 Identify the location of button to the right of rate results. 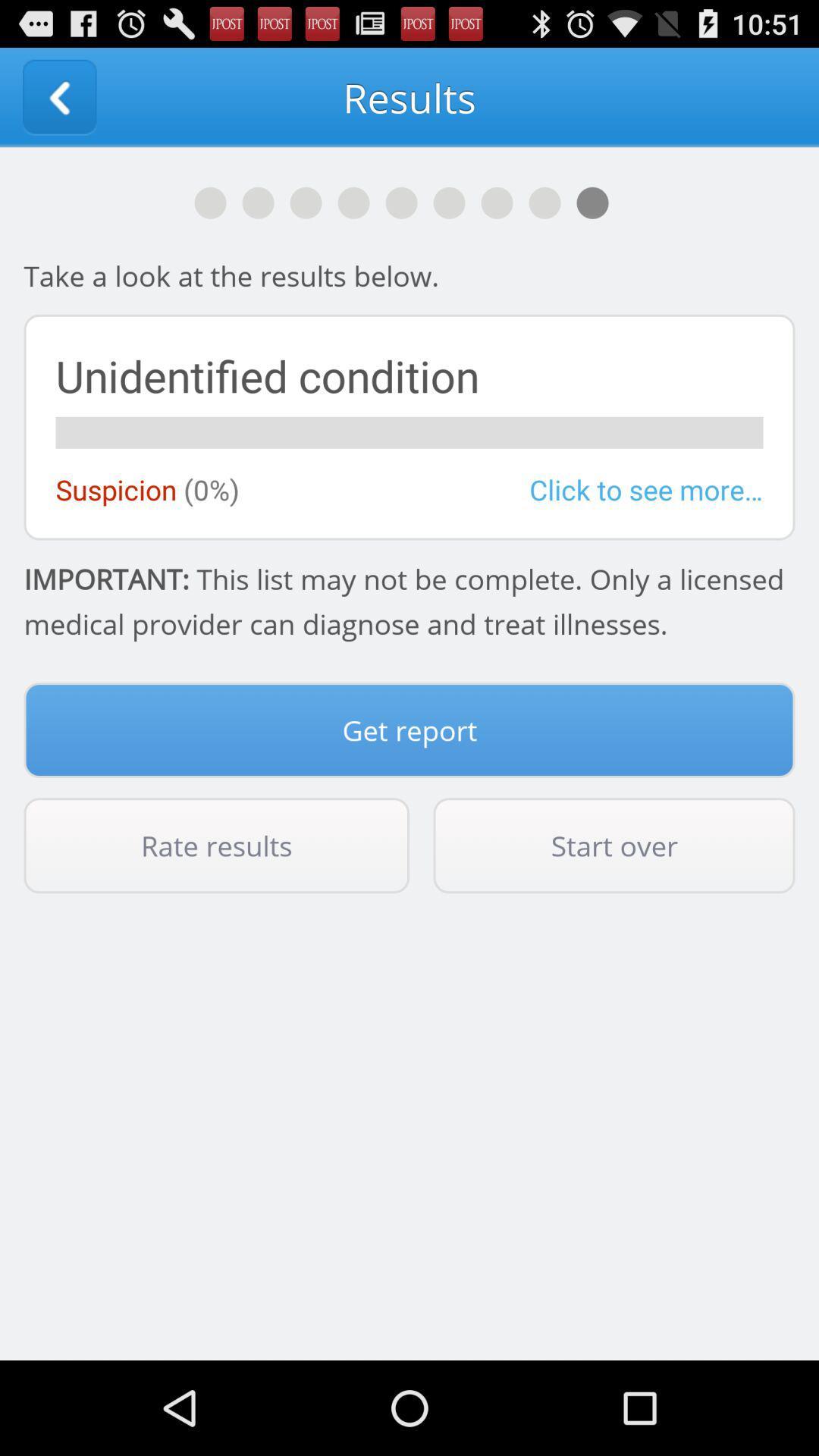
(614, 845).